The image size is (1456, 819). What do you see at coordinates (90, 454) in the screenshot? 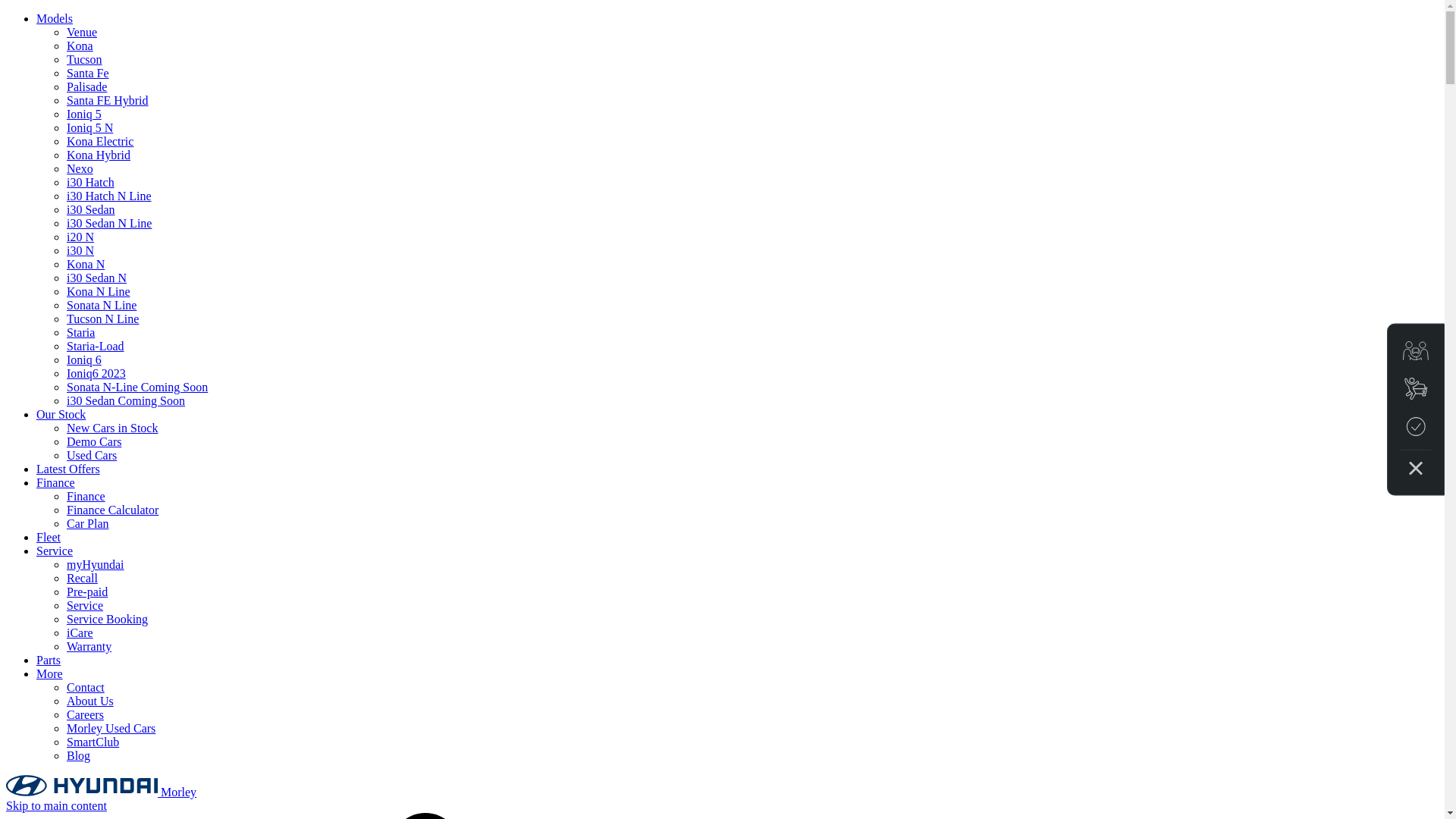
I see `'Used Cars'` at bounding box center [90, 454].